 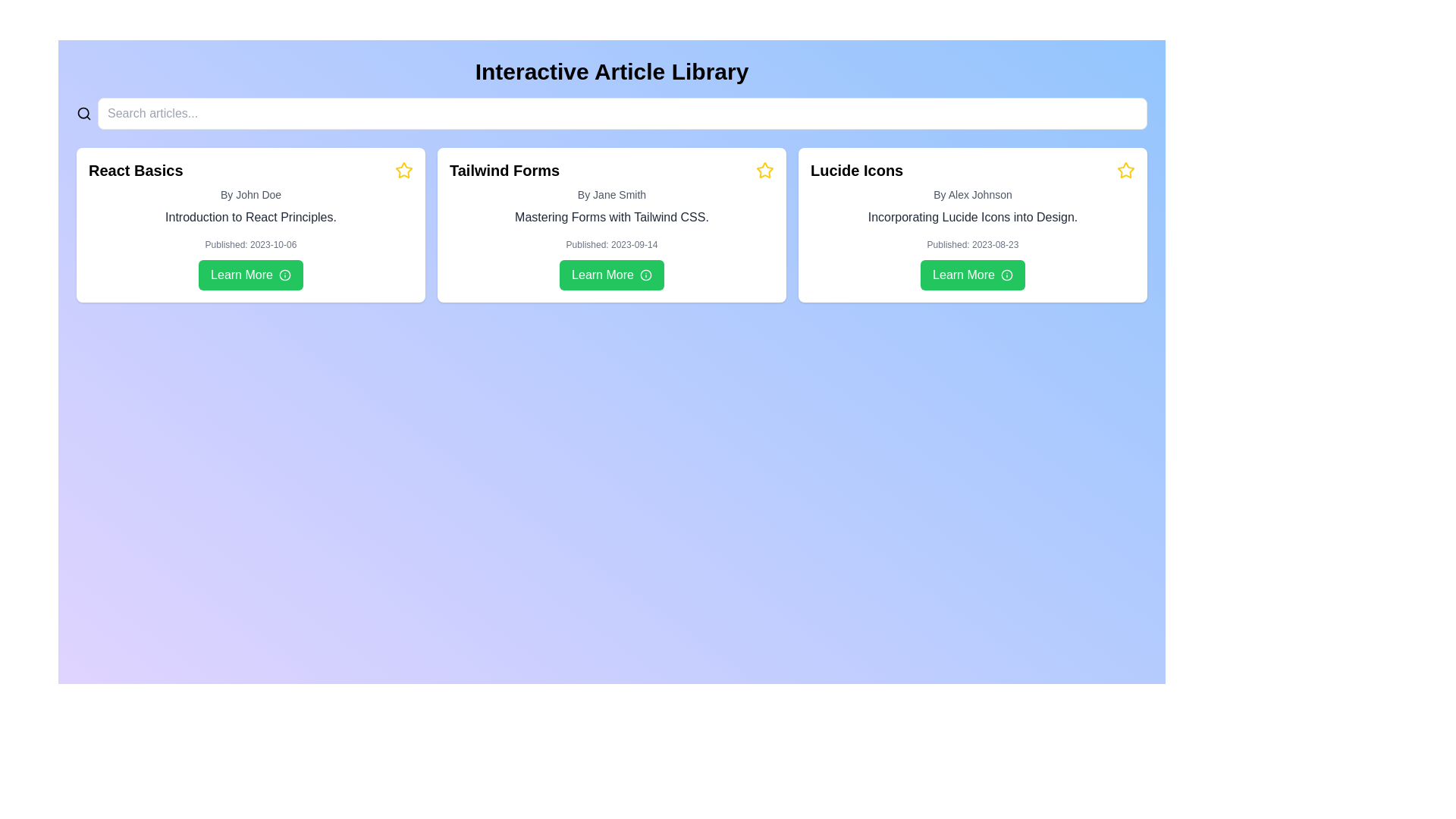 What do you see at coordinates (972, 275) in the screenshot?
I see `the button located at the bottom of the 'Lucide Icons' card` at bounding box center [972, 275].